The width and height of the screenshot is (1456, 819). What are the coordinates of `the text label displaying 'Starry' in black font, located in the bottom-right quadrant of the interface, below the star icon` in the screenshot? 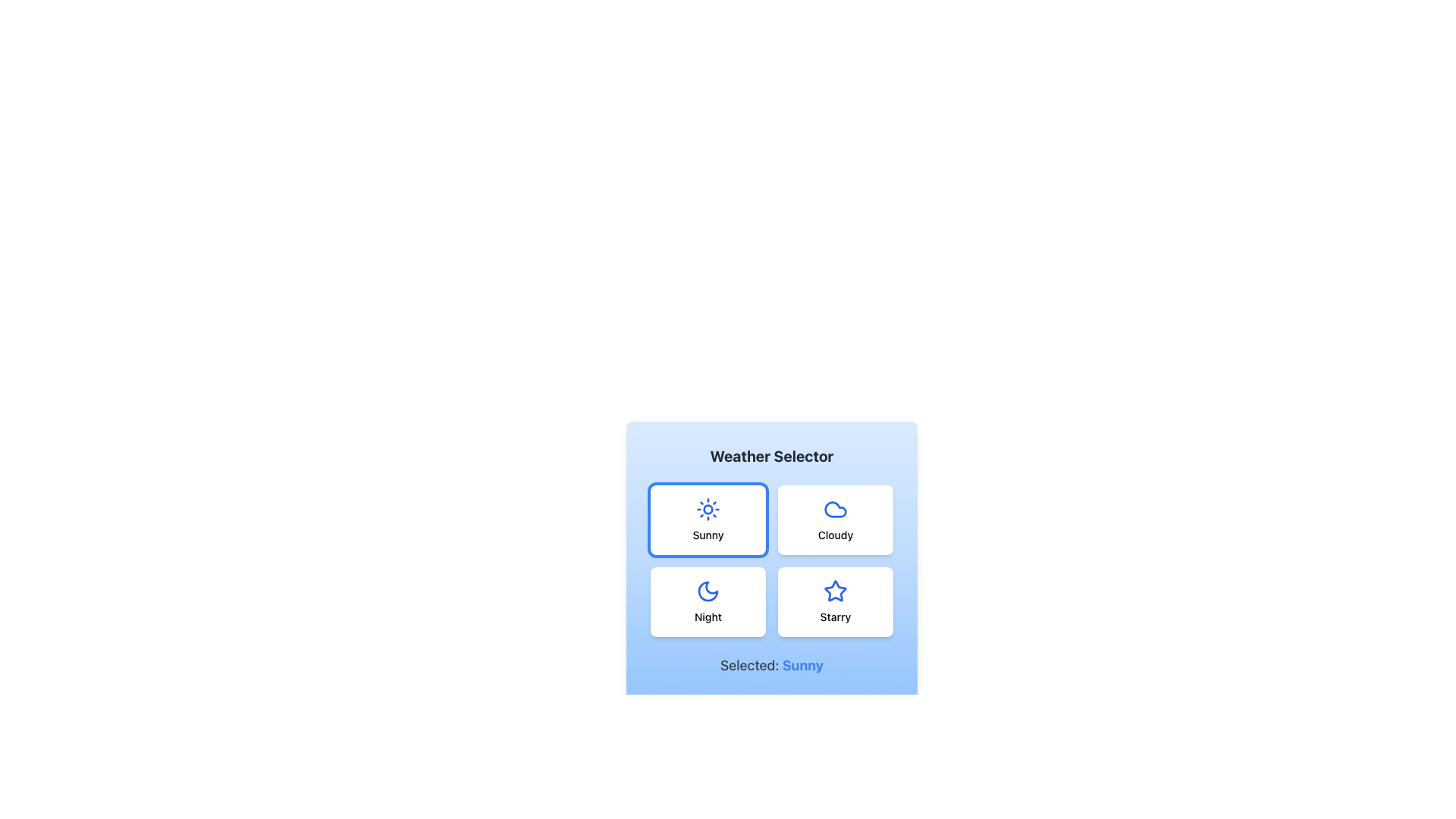 It's located at (835, 617).